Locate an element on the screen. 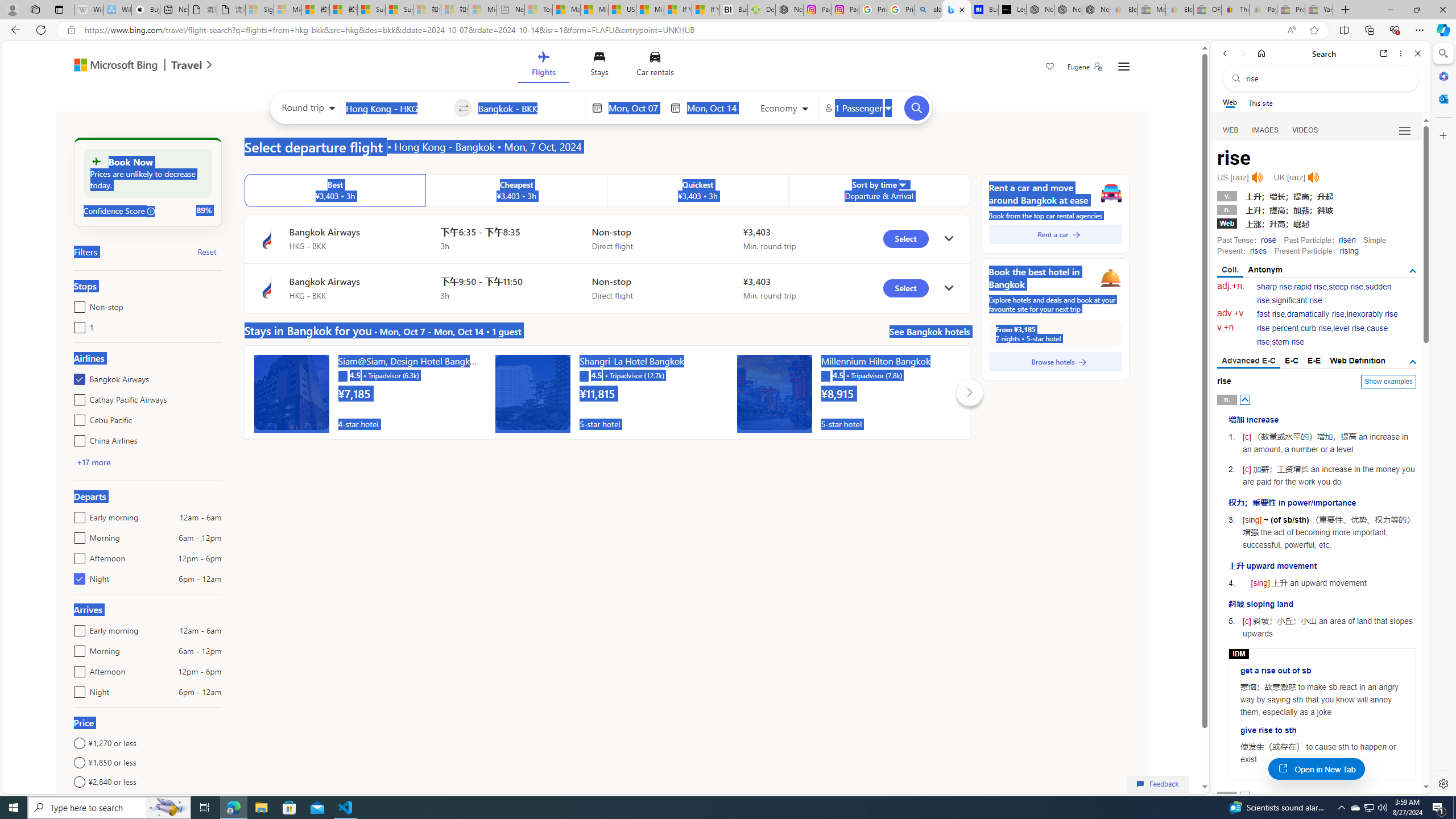 This screenshot has height=819, width=1456. 'significant rise' is located at coordinates (1296, 300).